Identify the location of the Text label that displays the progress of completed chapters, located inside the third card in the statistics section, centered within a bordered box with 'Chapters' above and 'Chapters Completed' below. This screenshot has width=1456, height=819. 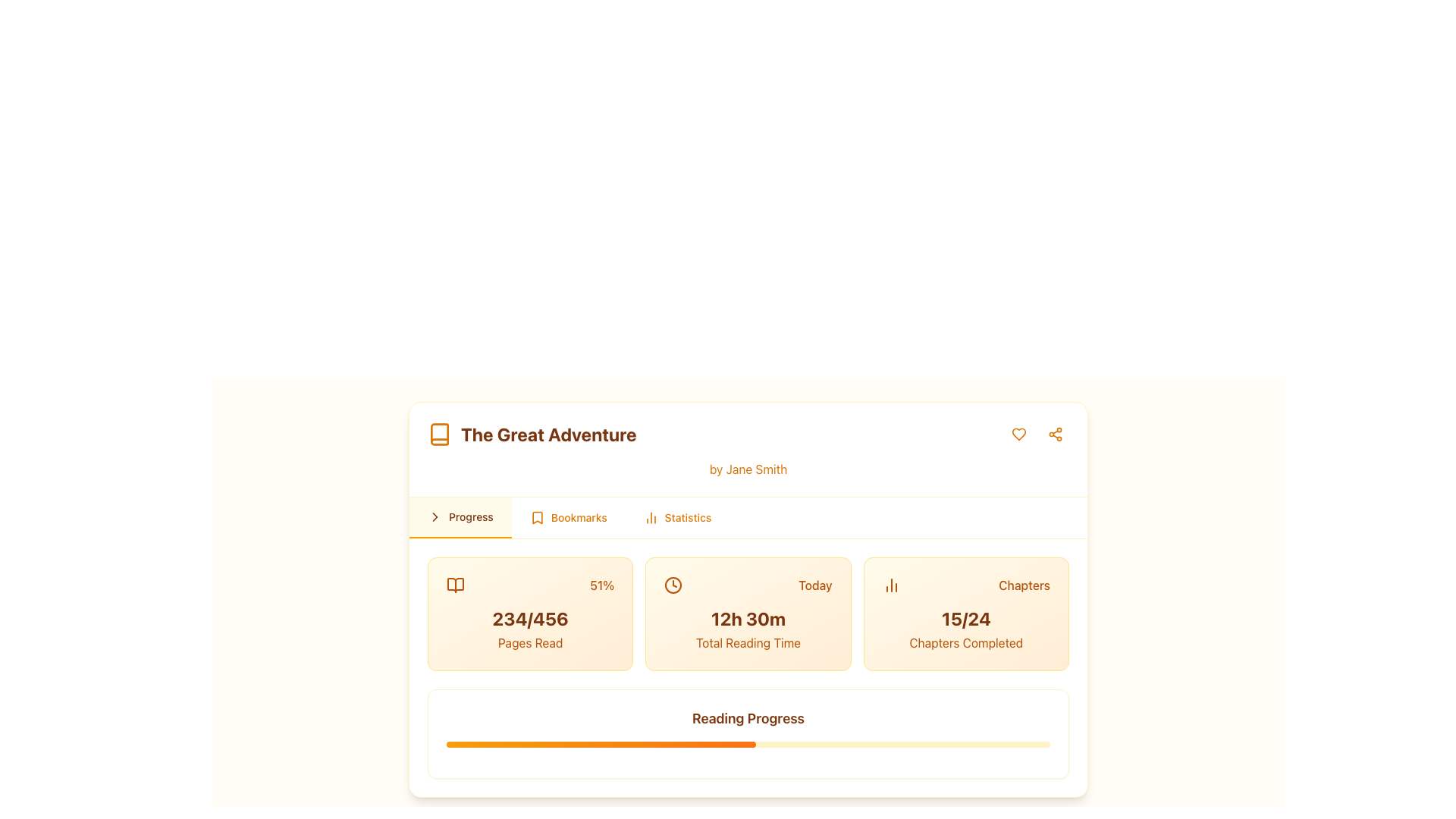
(965, 619).